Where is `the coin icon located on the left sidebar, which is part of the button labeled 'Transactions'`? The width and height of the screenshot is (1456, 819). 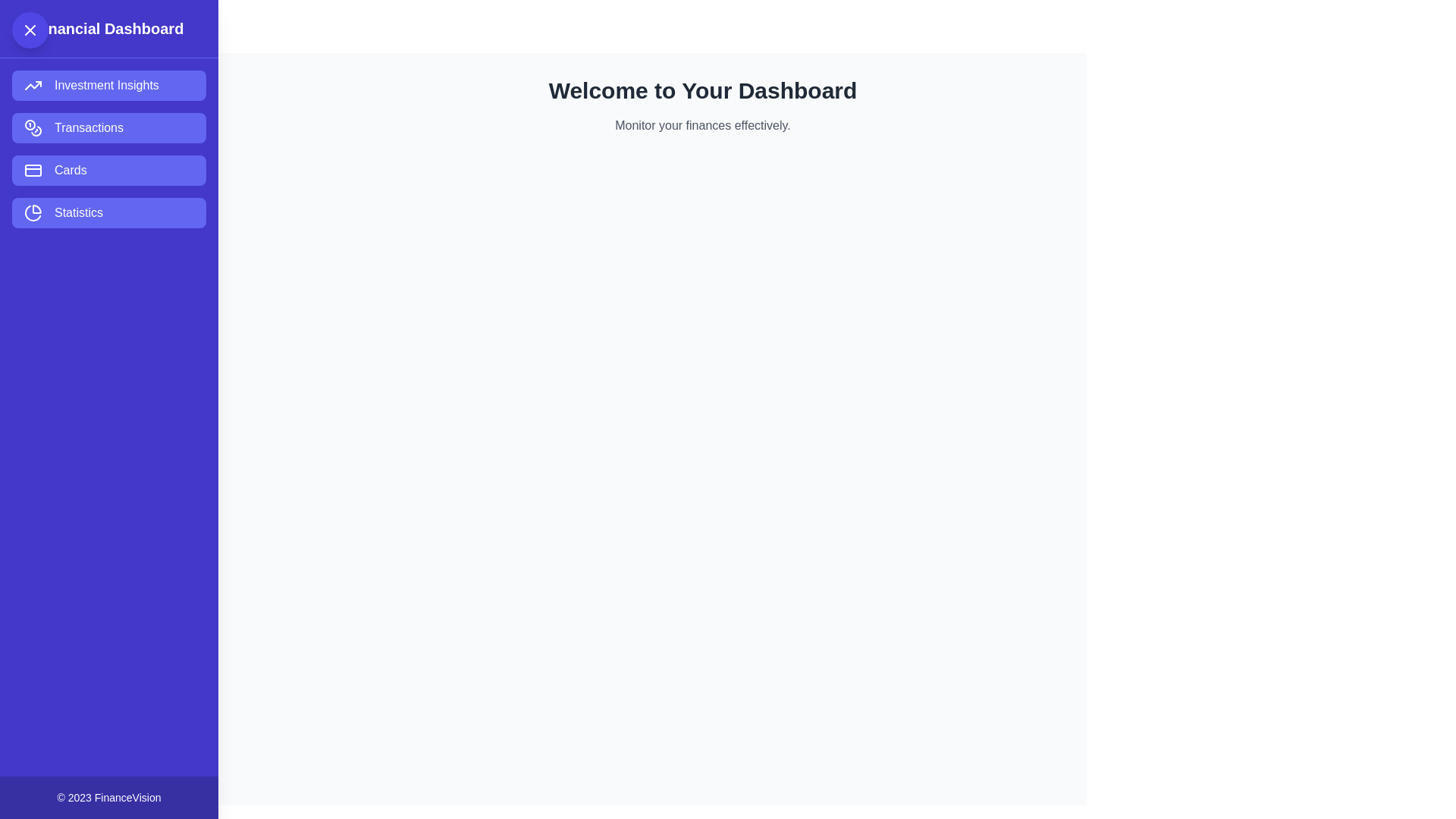
the coin icon located on the left sidebar, which is part of the button labeled 'Transactions' is located at coordinates (33, 127).